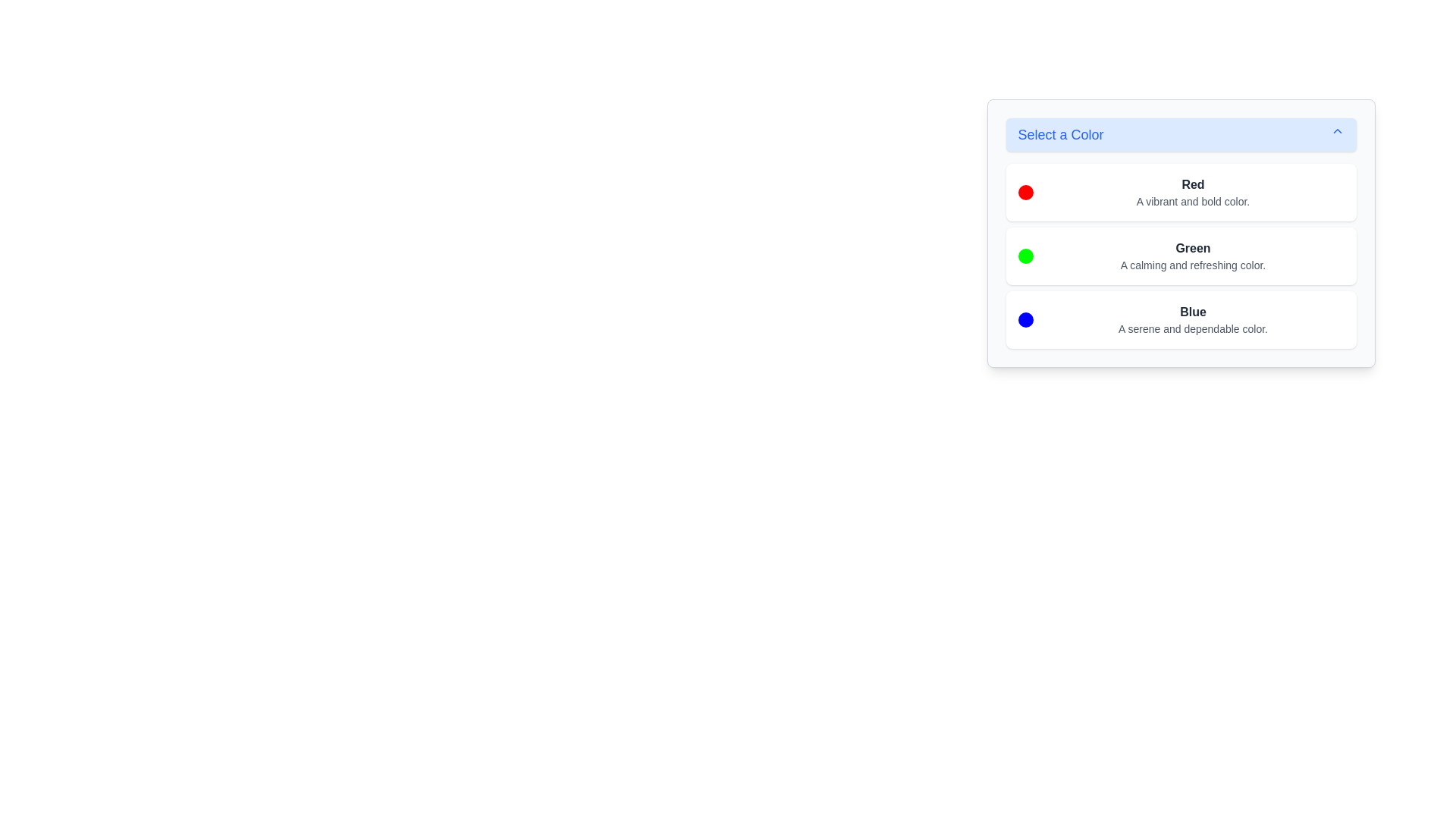 The height and width of the screenshot is (819, 1456). Describe the element at coordinates (1180, 318) in the screenshot. I see `the third selectable list item titled 'Blue' with a blue-filled circle icon, located under the 'Select a Color' section, to navigate through the keyboard` at that location.